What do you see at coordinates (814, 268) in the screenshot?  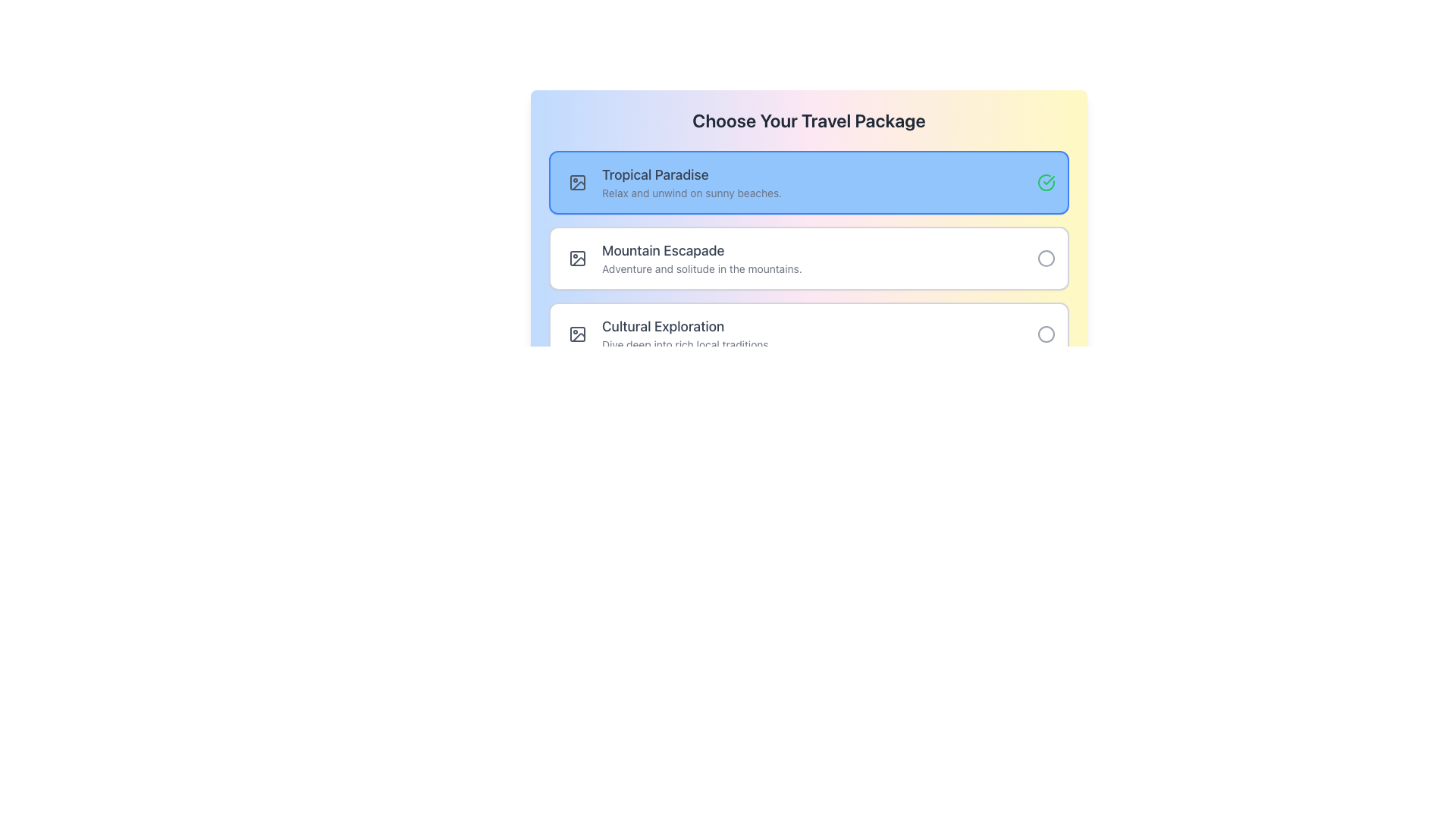 I see `the descriptive subtitle element providing additional information about the 'Mountain Escapade' option in the selection menu, located directly below the title 'Mountain Escapade'` at bounding box center [814, 268].